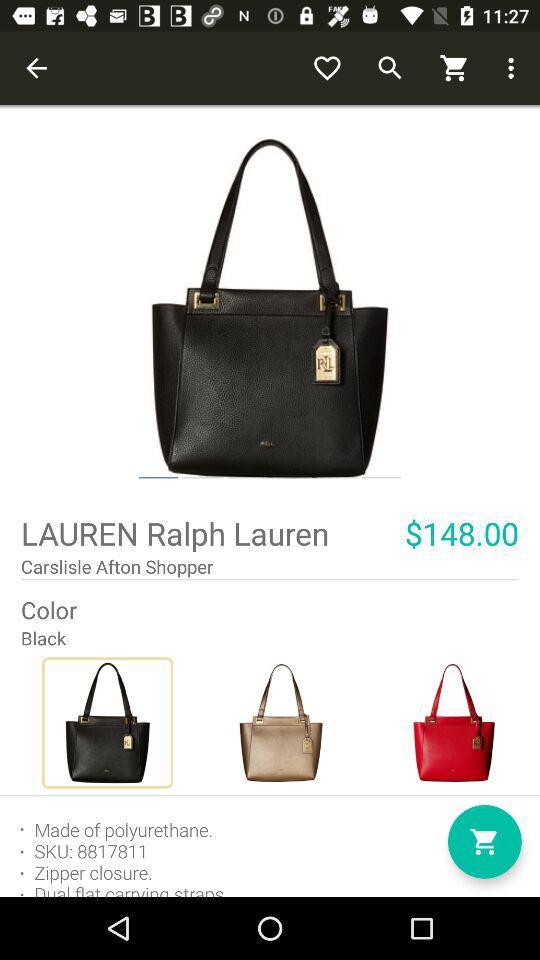 The height and width of the screenshot is (960, 540). I want to click on the shoping cart symbol which is on the right side bottom of the page, so click(483, 841).